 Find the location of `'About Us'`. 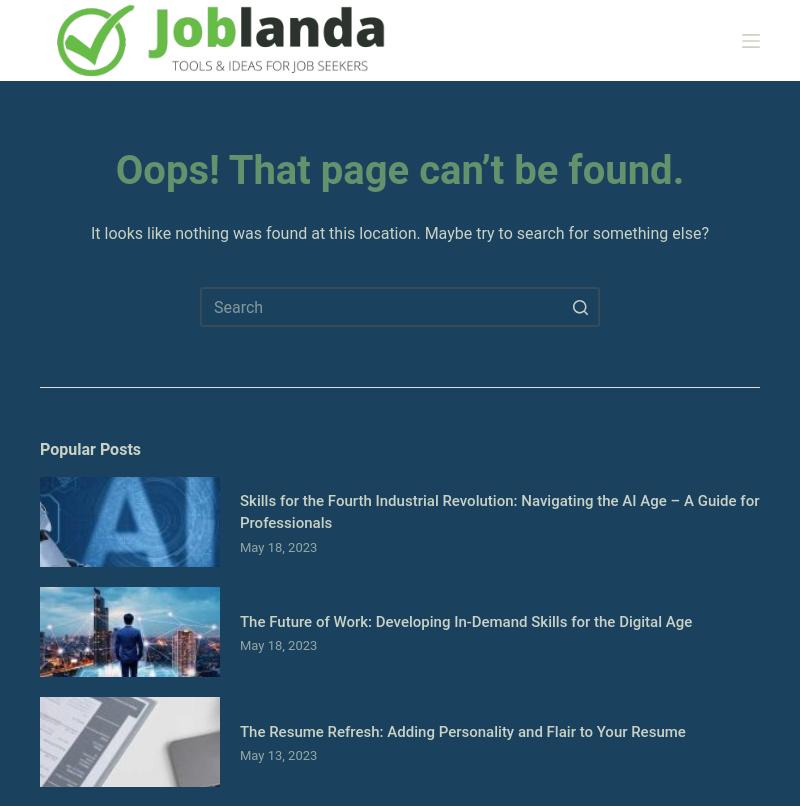

'About Us' is located at coordinates (72, 237).